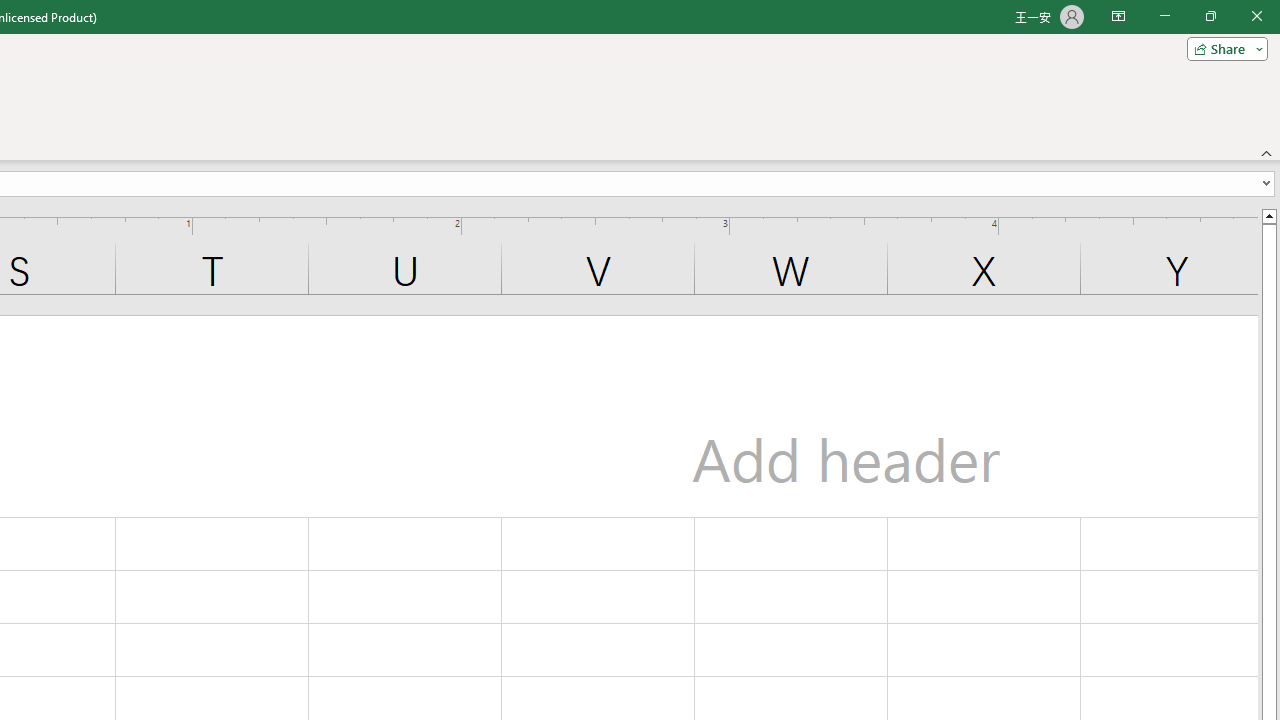 The width and height of the screenshot is (1280, 720). I want to click on 'Restore Down', so click(1209, 16).